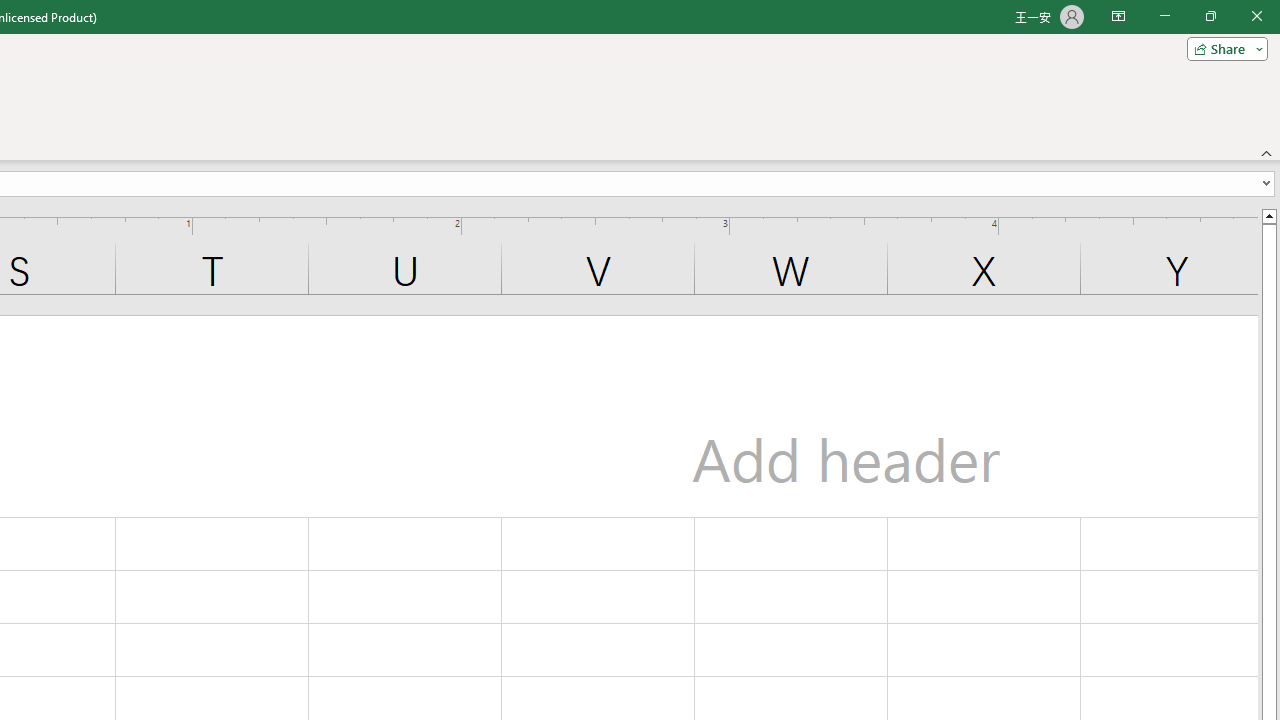 The width and height of the screenshot is (1280, 720). I want to click on 'Restore Down', so click(1209, 16).